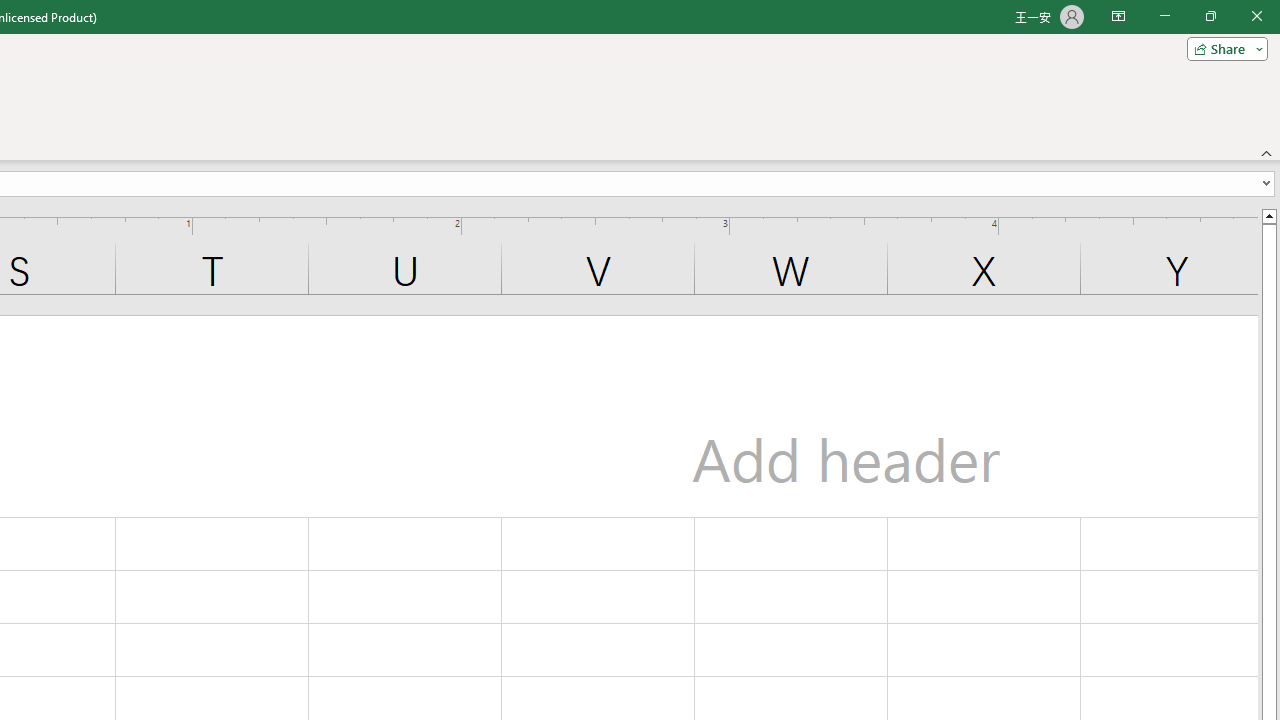 The width and height of the screenshot is (1280, 720). I want to click on 'Restore Down', so click(1209, 16).